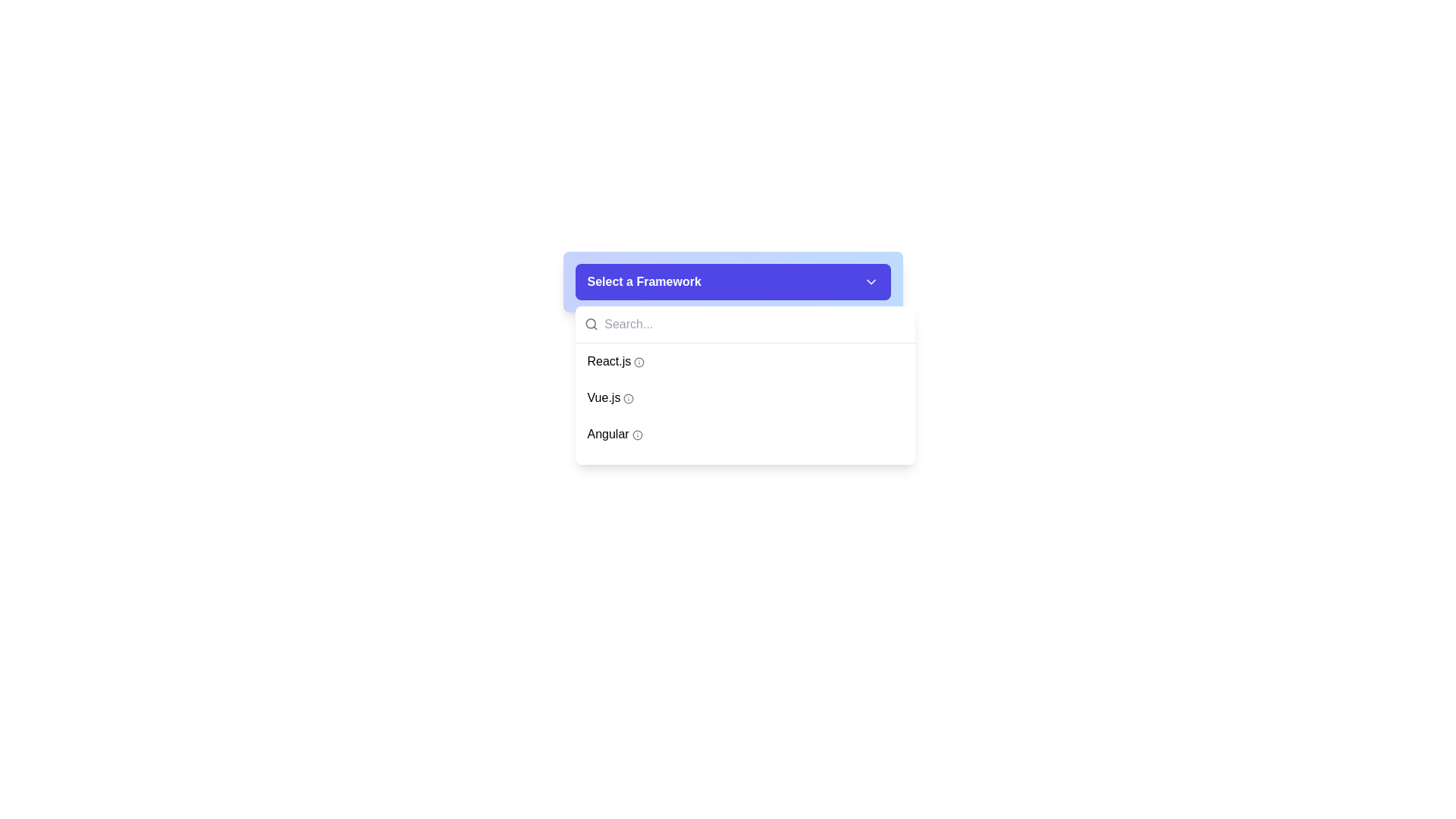 This screenshot has height=819, width=1456. What do you see at coordinates (629, 397) in the screenshot?
I see `the minimalistic information icon next to the 'Vue.js' label in the dropdown menu` at bounding box center [629, 397].